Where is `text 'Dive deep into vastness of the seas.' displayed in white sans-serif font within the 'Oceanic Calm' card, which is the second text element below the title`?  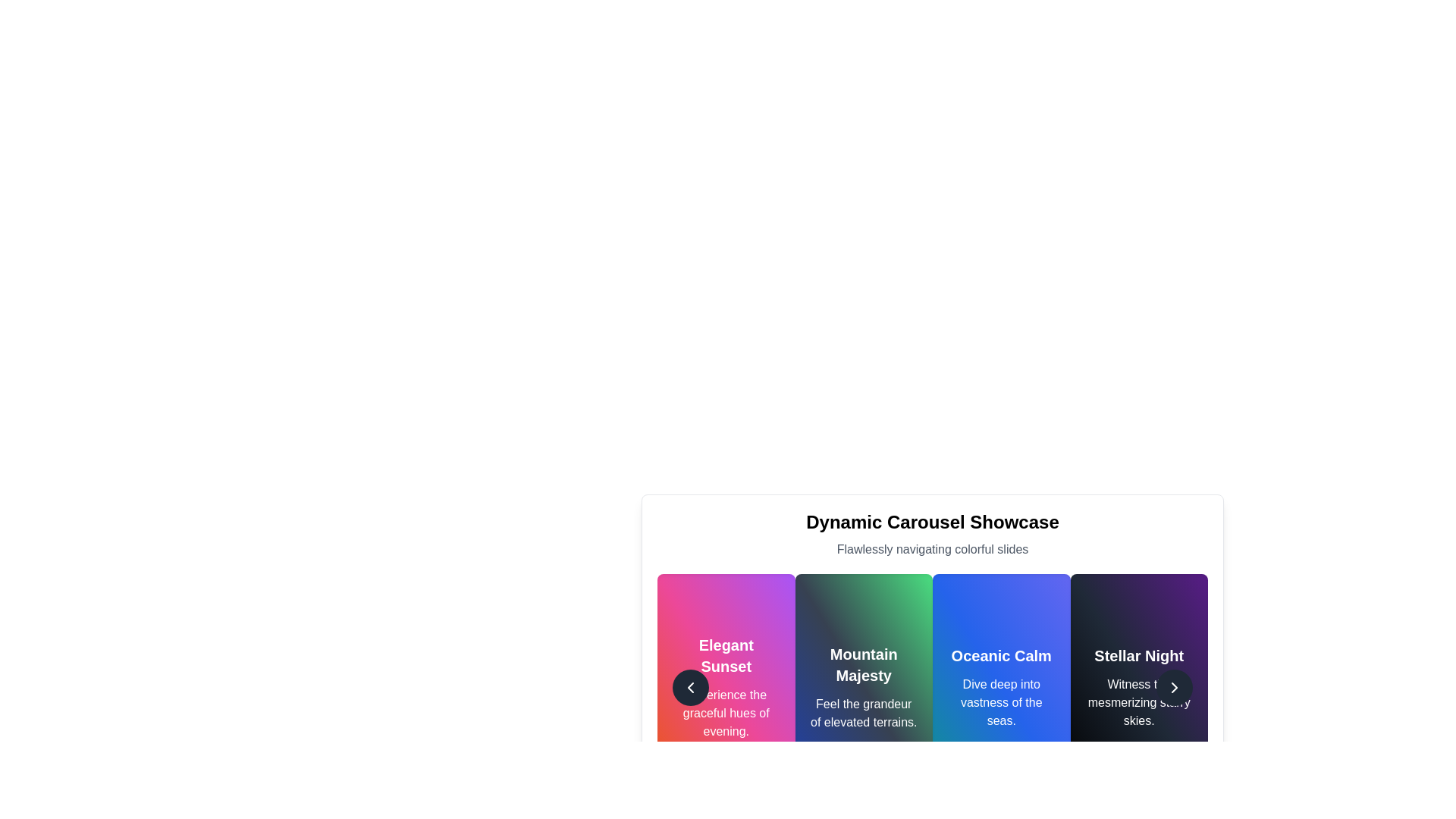 text 'Dive deep into vastness of the seas.' displayed in white sans-serif font within the 'Oceanic Calm' card, which is the second text element below the title is located at coordinates (1001, 702).